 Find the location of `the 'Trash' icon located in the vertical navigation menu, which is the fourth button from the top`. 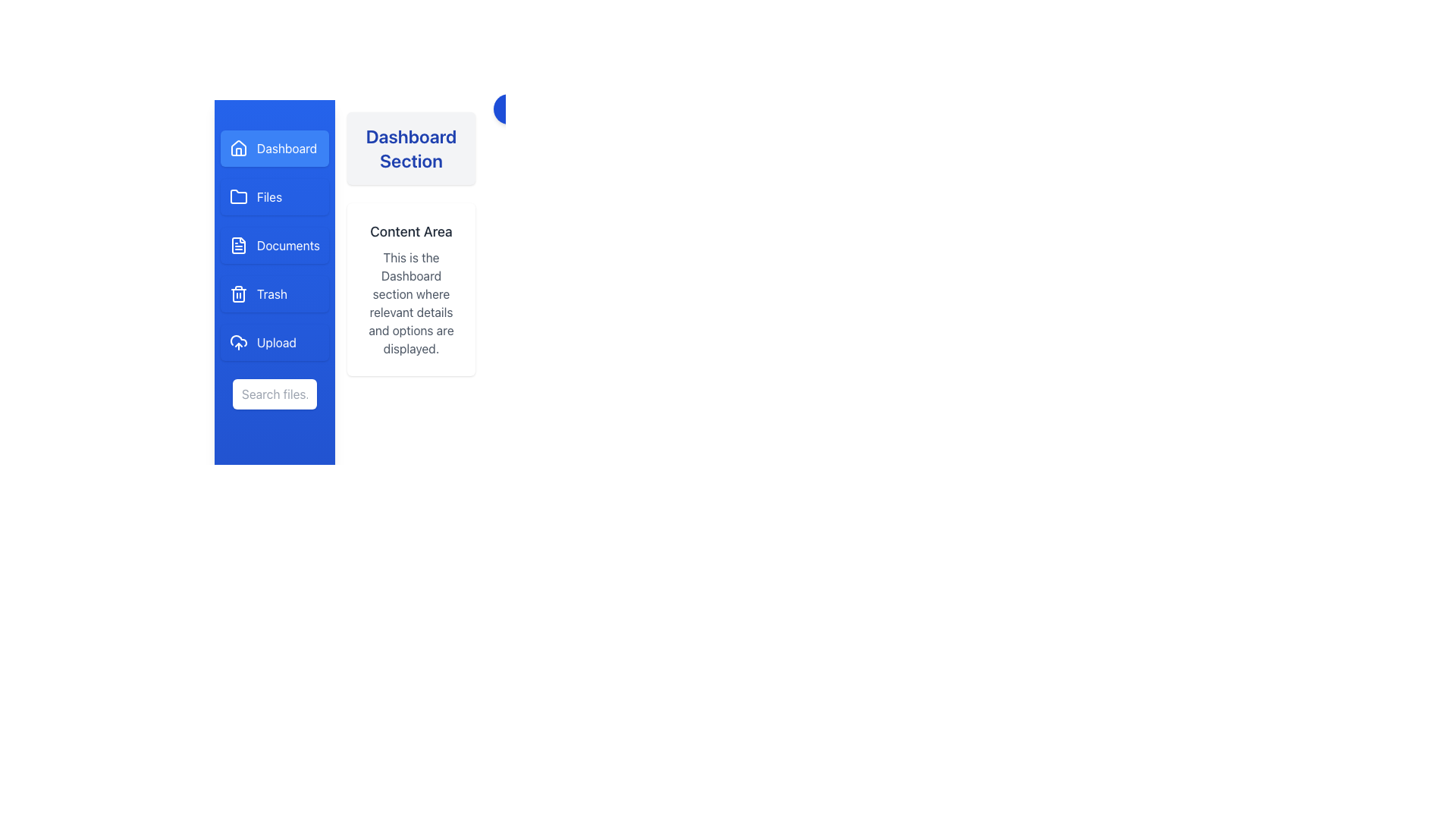

the 'Trash' icon located in the vertical navigation menu, which is the fourth button from the top is located at coordinates (238, 294).